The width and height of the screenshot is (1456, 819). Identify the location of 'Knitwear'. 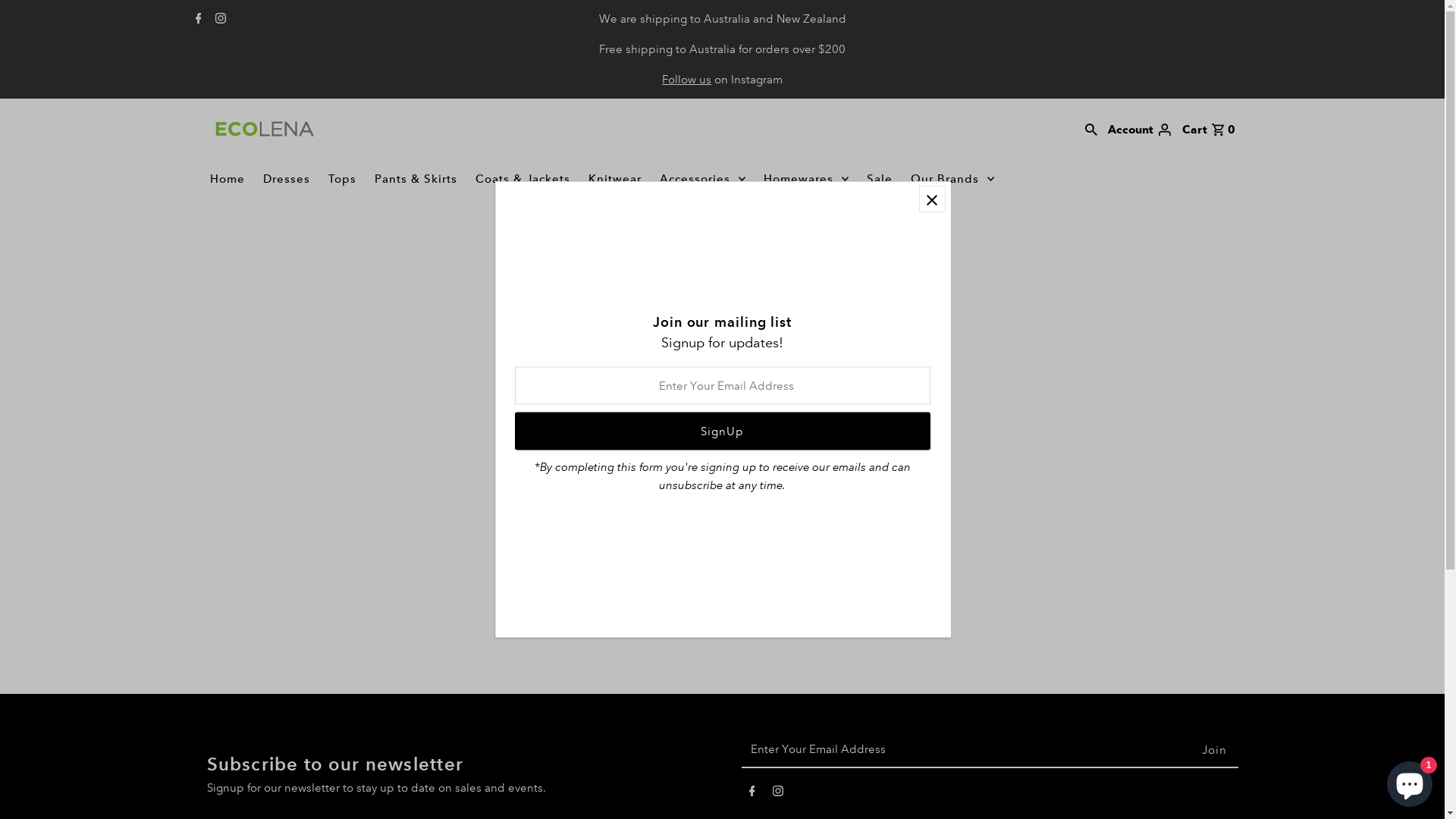
(615, 177).